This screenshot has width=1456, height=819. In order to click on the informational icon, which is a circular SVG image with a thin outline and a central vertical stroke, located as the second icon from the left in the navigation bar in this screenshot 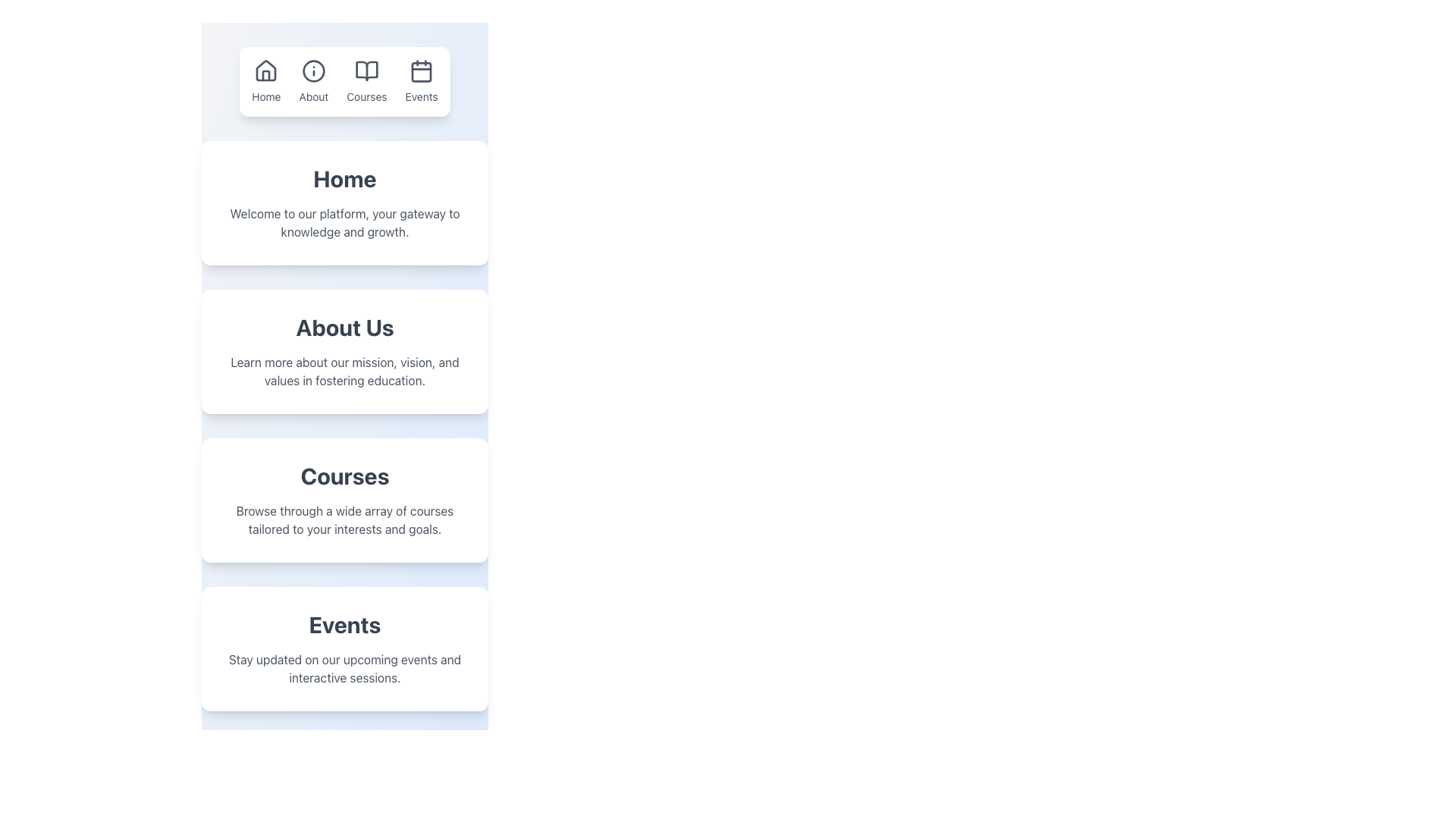, I will do `click(312, 71)`.